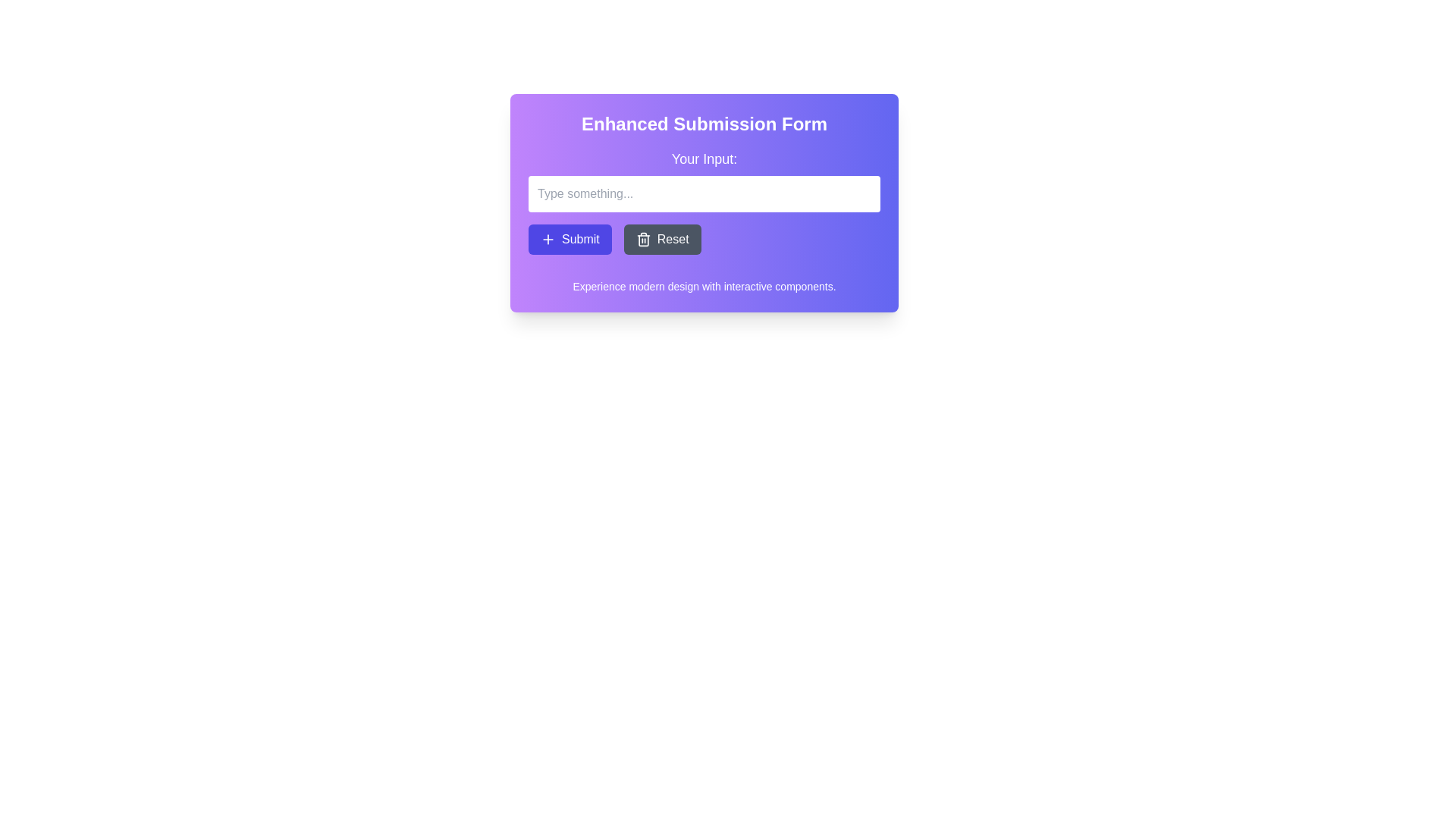  I want to click on the 'Reset' button in the Button Group located at the bottom of the 'Enhanced Submission Form' card, so click(704, 239).